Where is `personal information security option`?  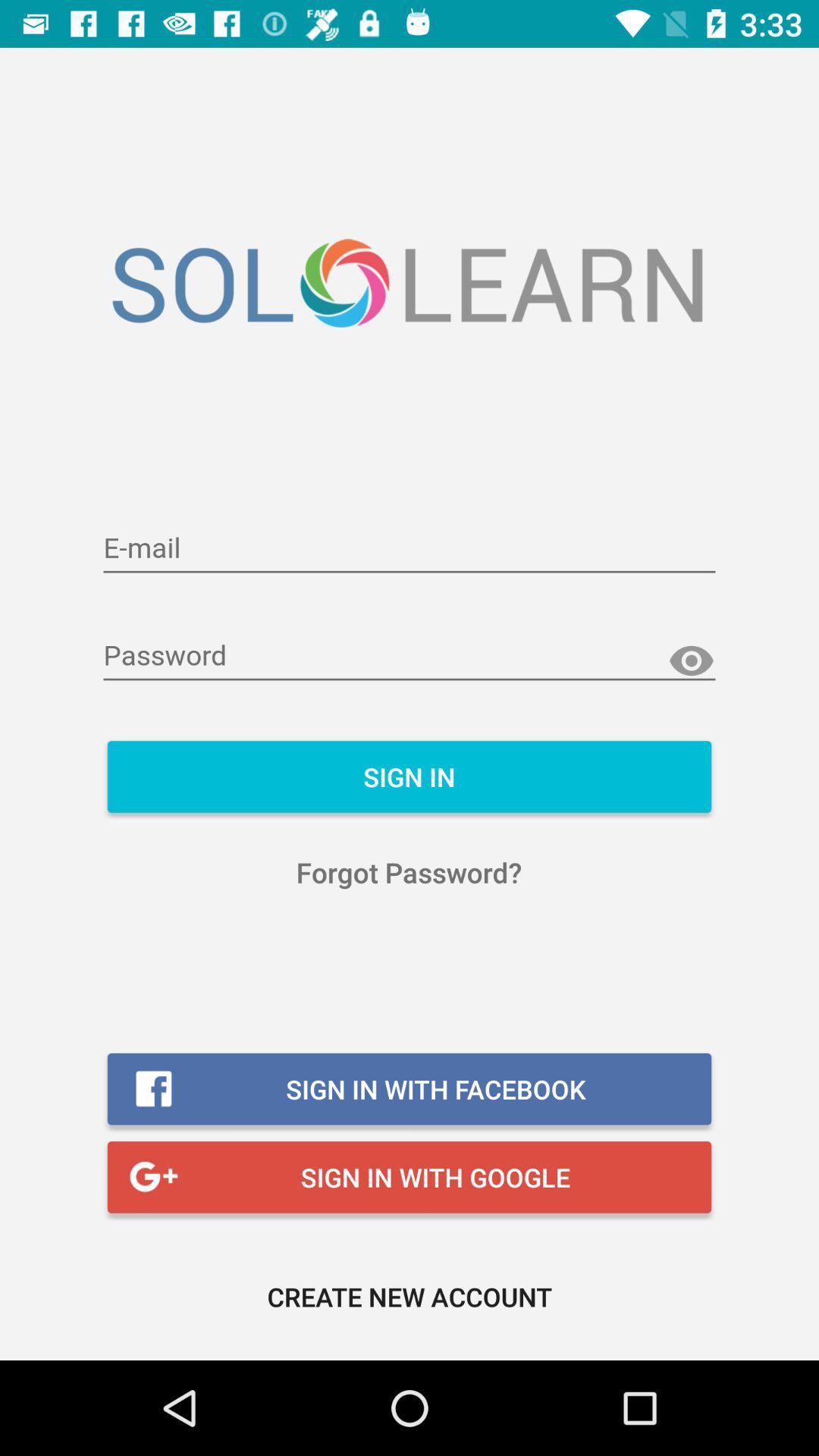
personal information security option is located at coordinates (409, 548).